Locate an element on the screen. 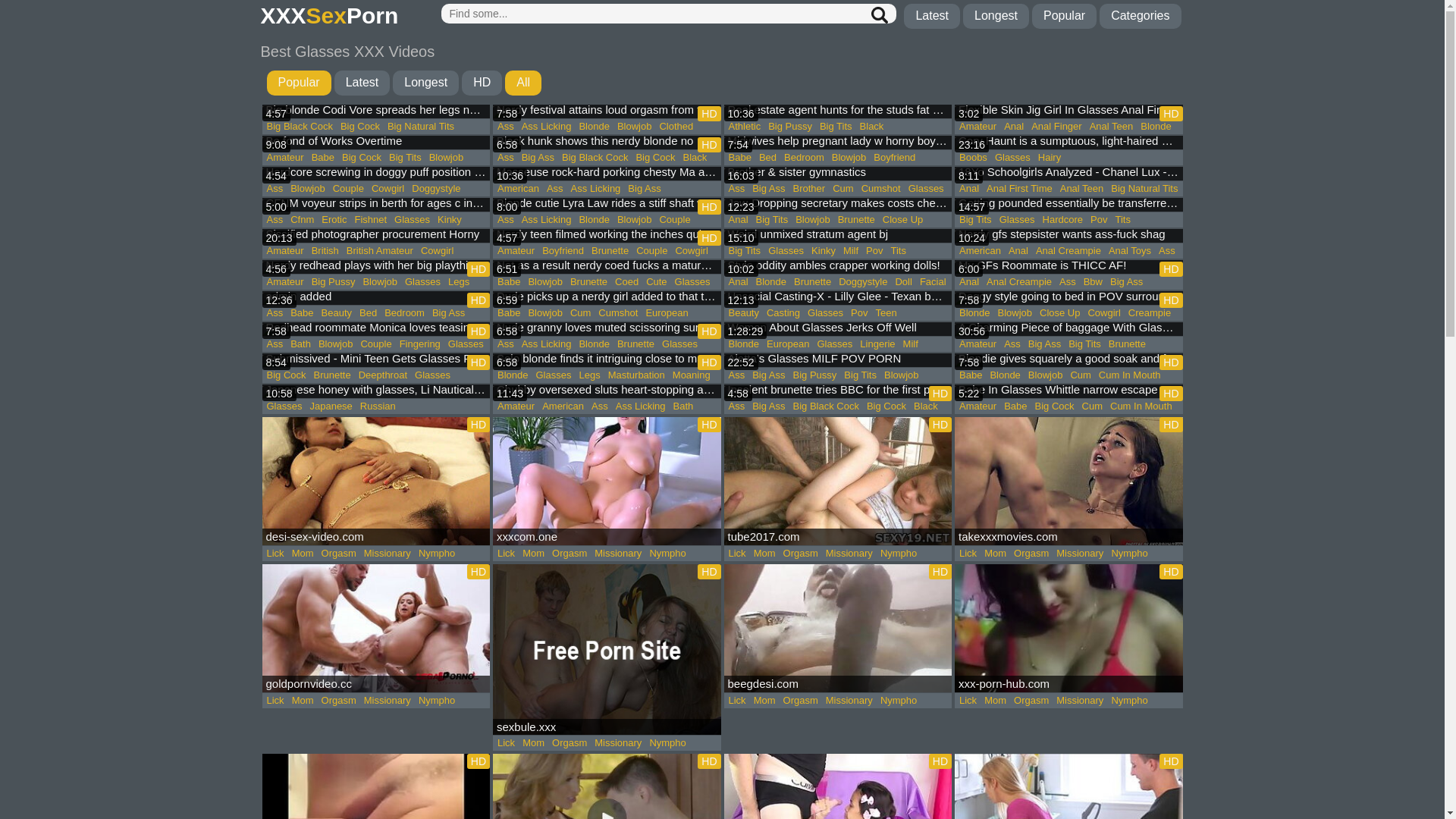 The image size is (1456, 819). 'Cum In Mouth' is located at coordinates (1095, 375).